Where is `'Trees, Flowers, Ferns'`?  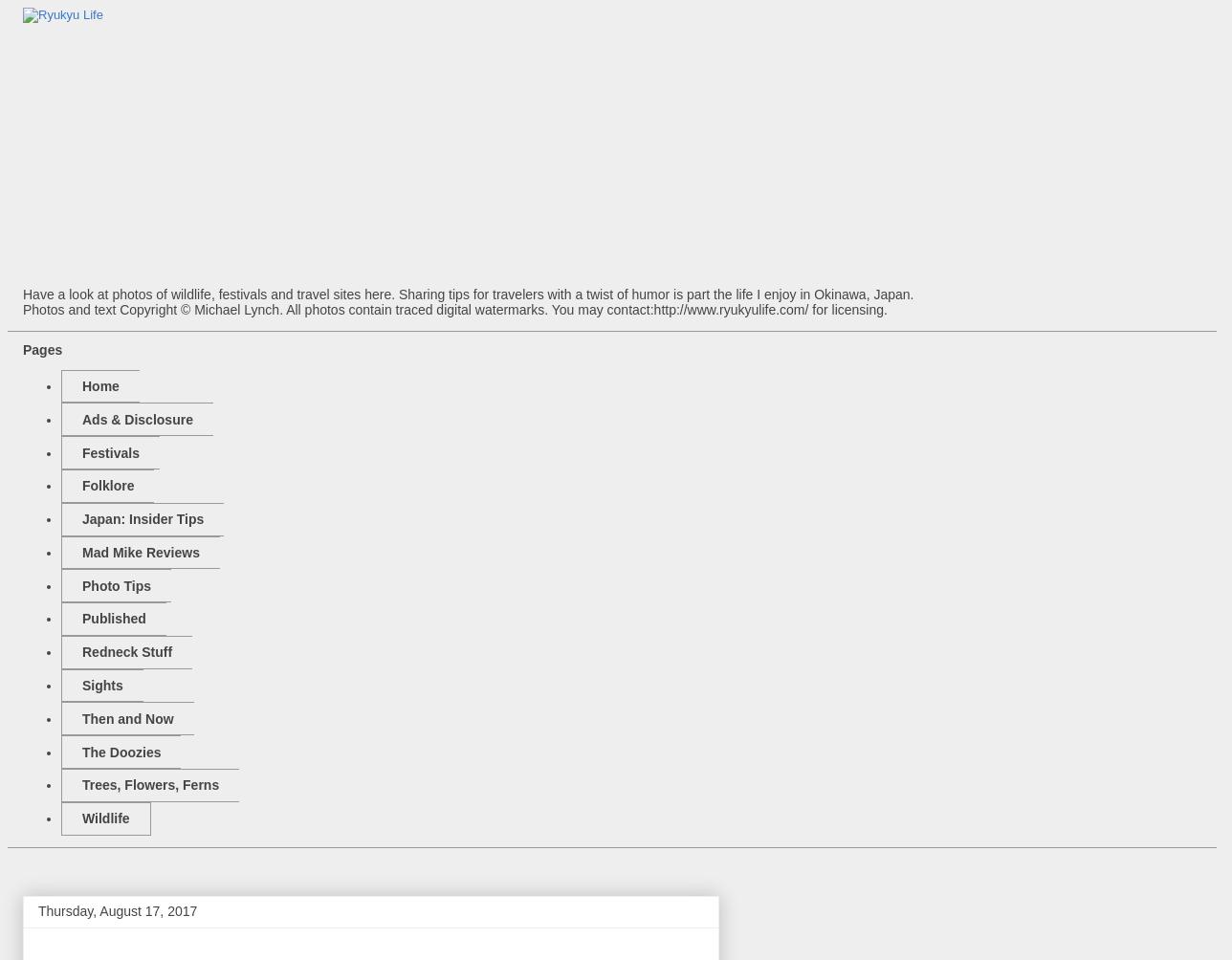
'Trees, Flowers, Ferns' is located at coordinates (150, 784).